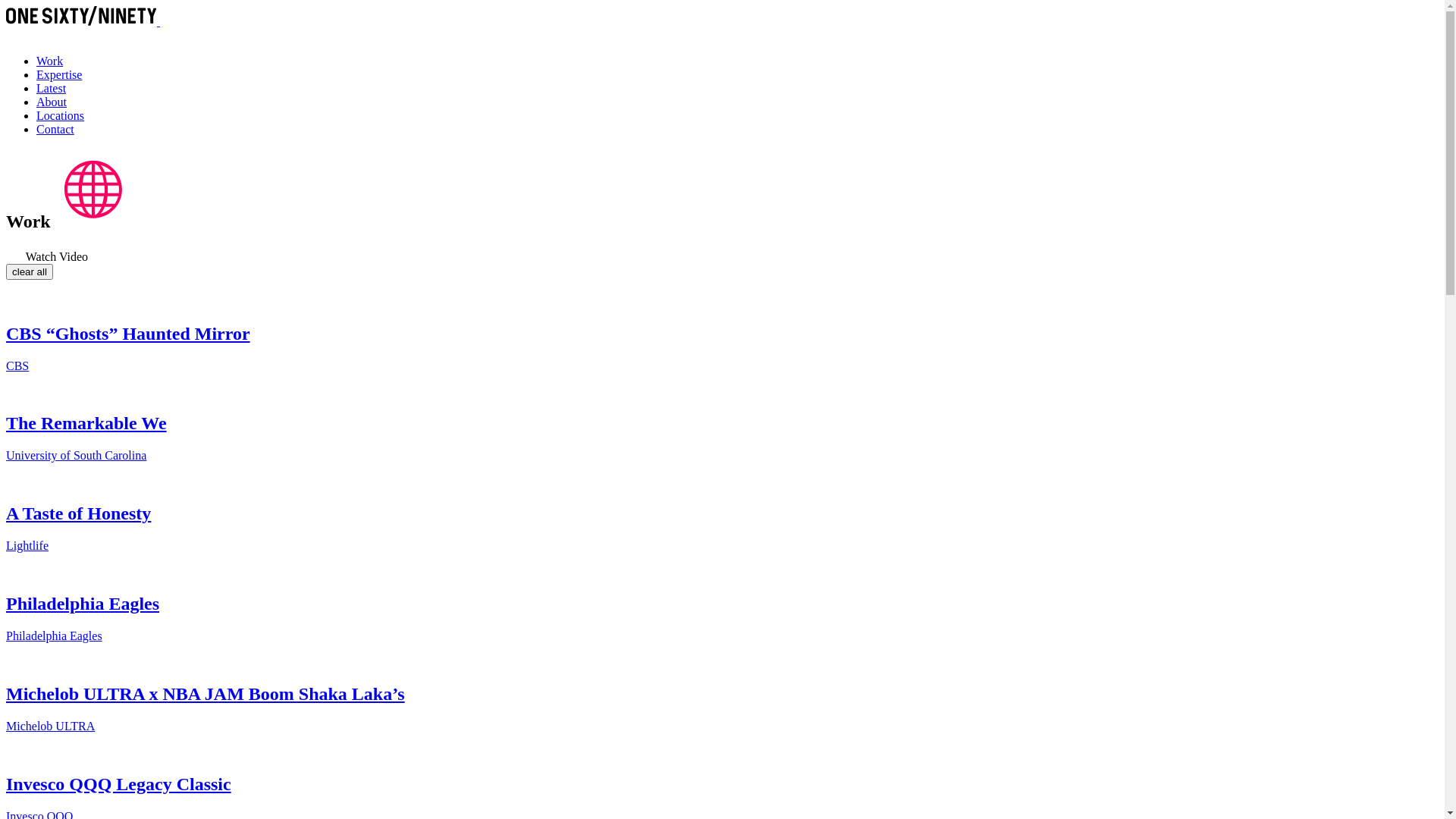  Describe the element at coordinates (51, 102) in the screenshot. I see `'About'` at that location.